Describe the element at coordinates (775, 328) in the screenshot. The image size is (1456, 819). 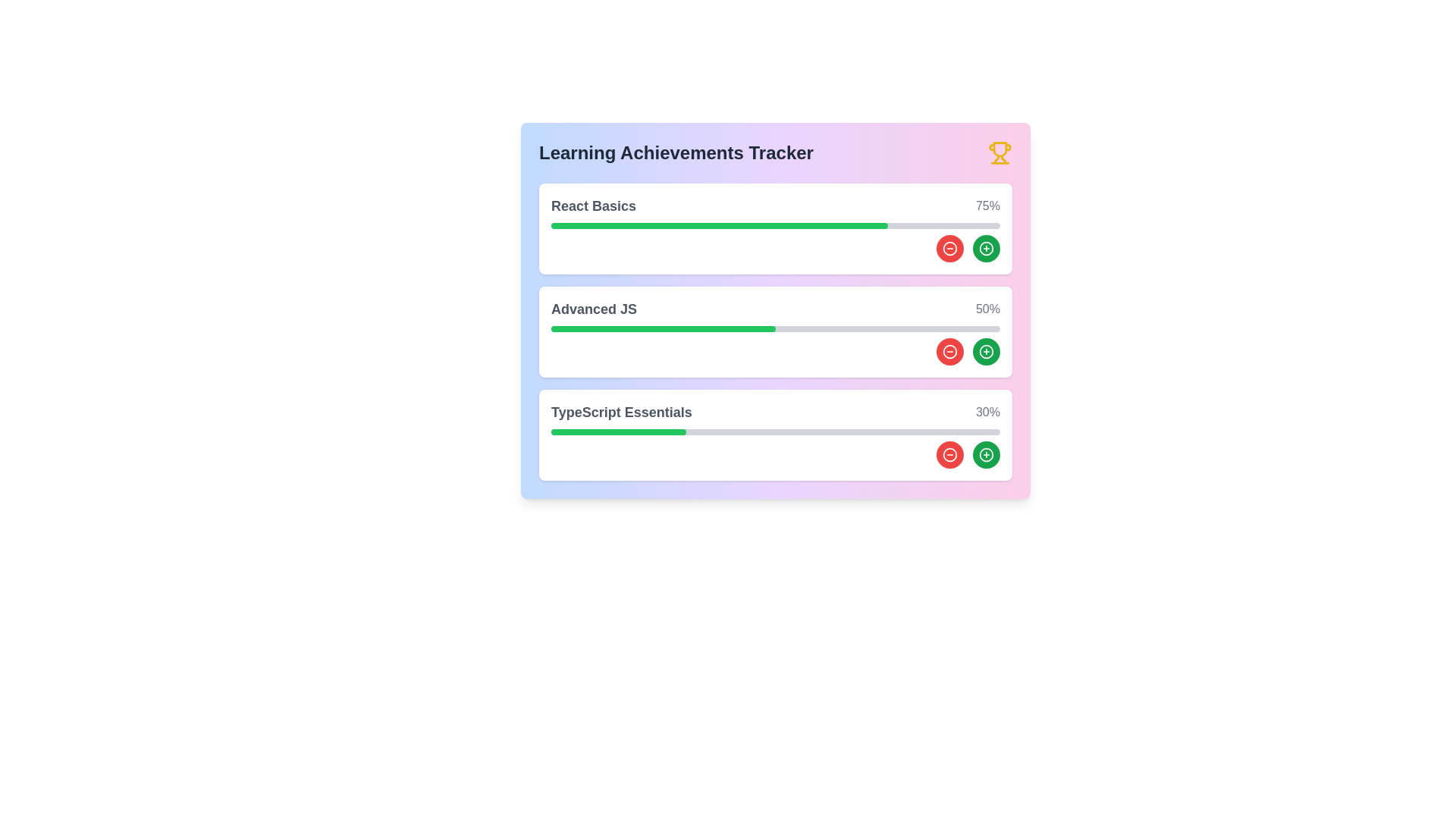
I see `the progress bar representing 50% completion for 'Advanced JS', located below the text 'Advanced JS' and above two round buttons` at that location.